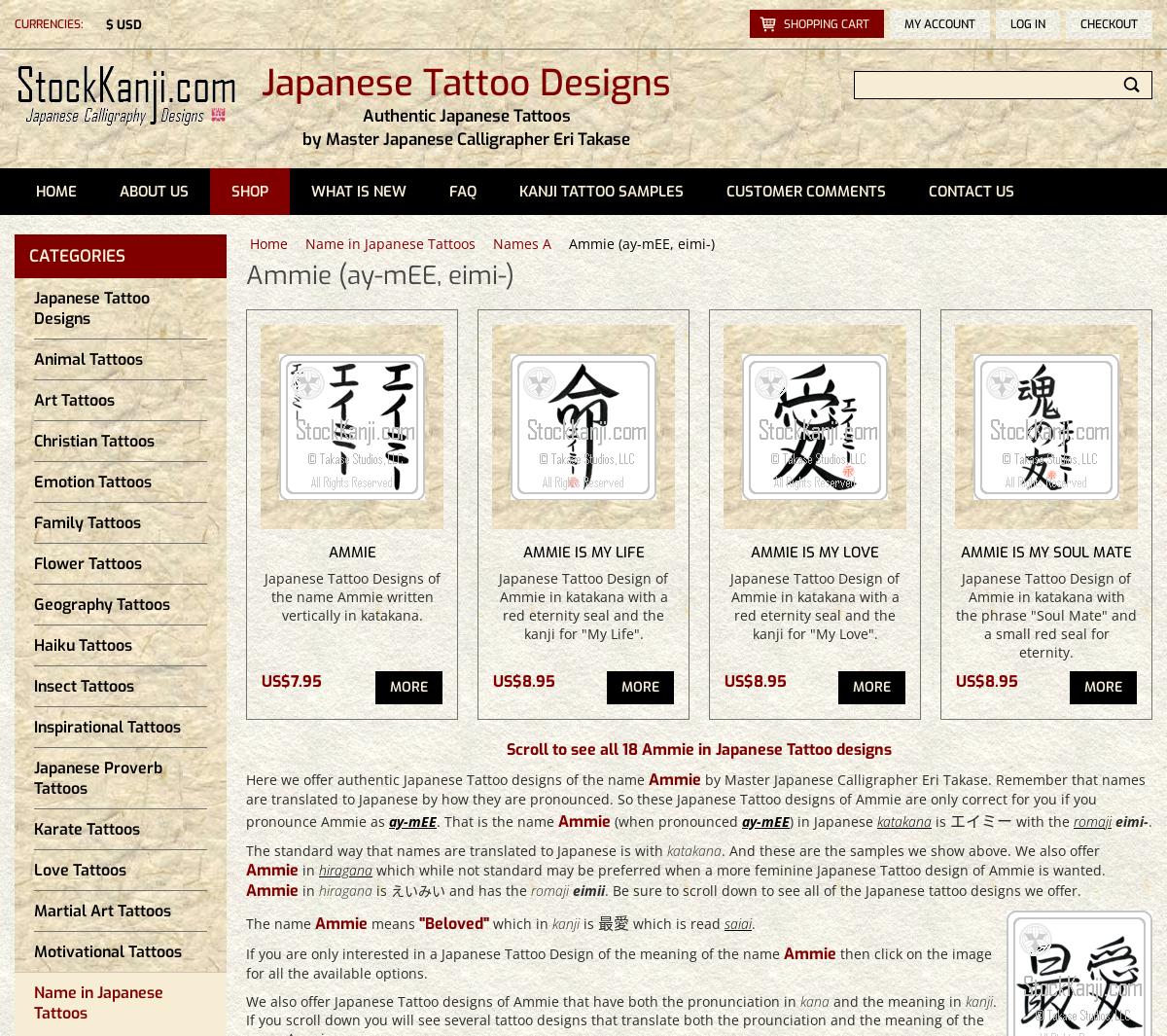 This screenshot has height=1036, width=1167. I want to click on 'Kanji Tattoo Samples', so click(601, 191).